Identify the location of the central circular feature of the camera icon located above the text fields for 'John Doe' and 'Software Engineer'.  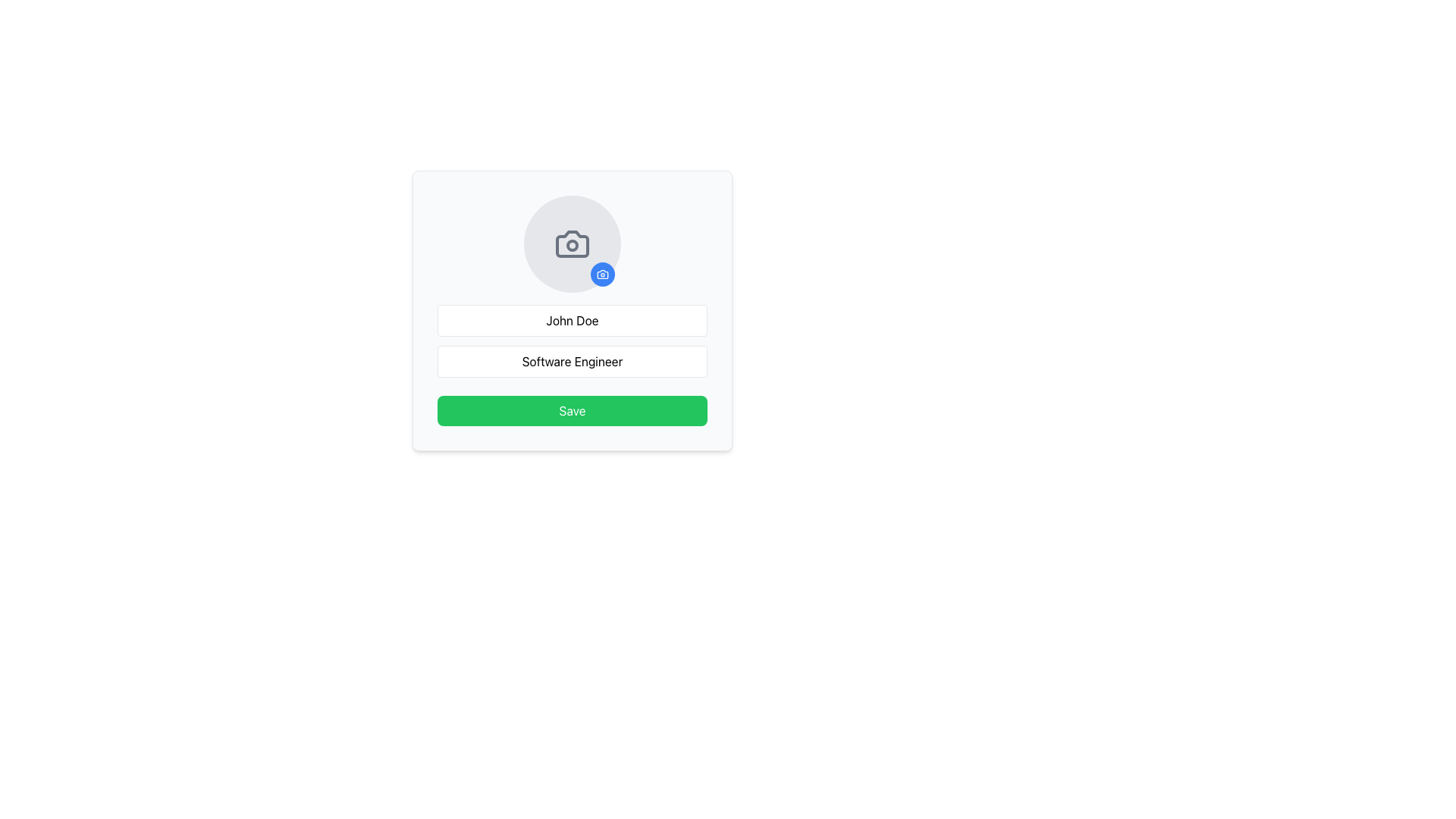
(571, 245).